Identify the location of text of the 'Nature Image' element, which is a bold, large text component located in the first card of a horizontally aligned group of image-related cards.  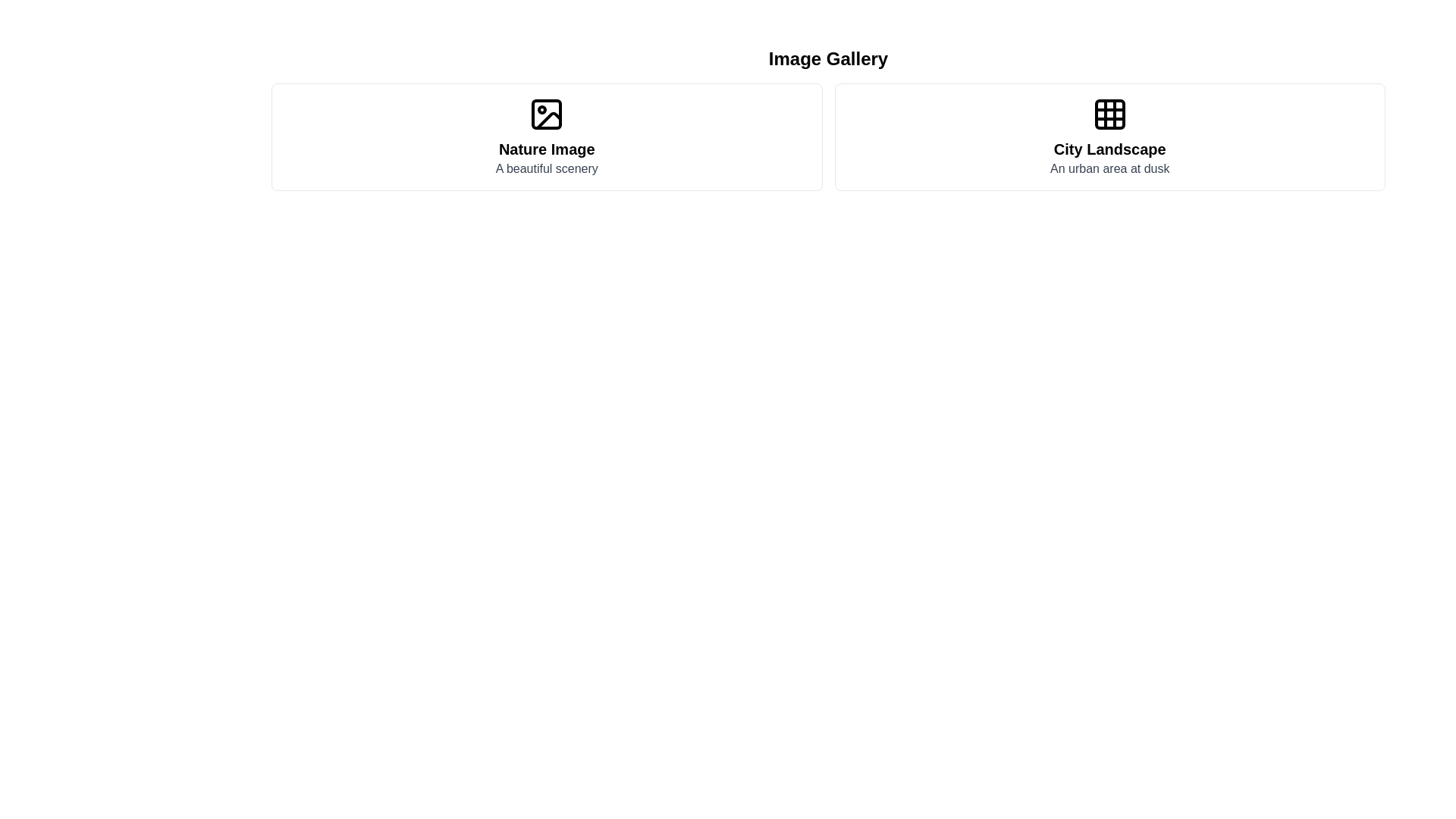
(546, 149).